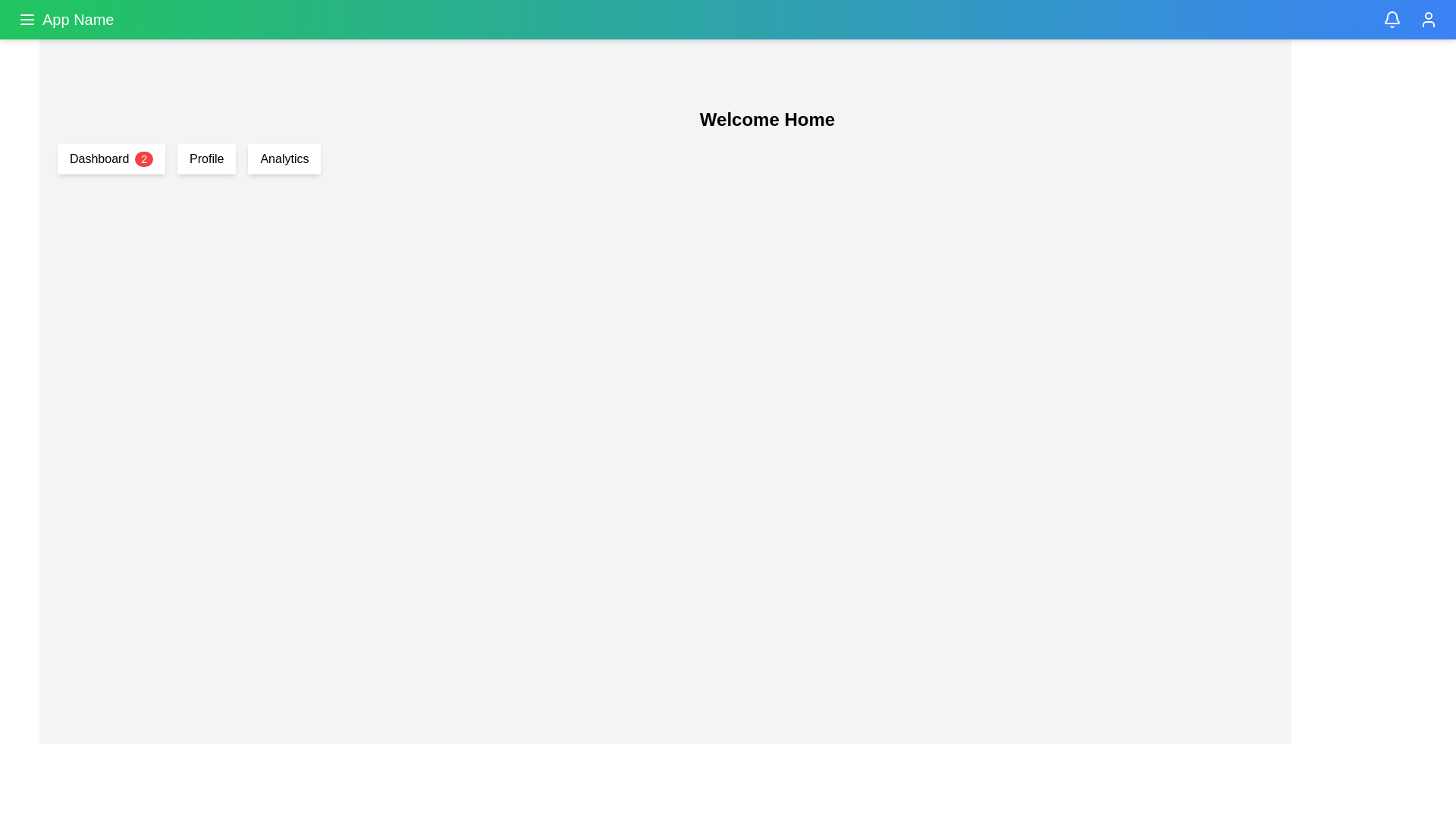  Describe the element at coordinates (27, 20) in the screenshot. I see `the hamburger menu icon button located at the top-left corner of the interface` at that location.